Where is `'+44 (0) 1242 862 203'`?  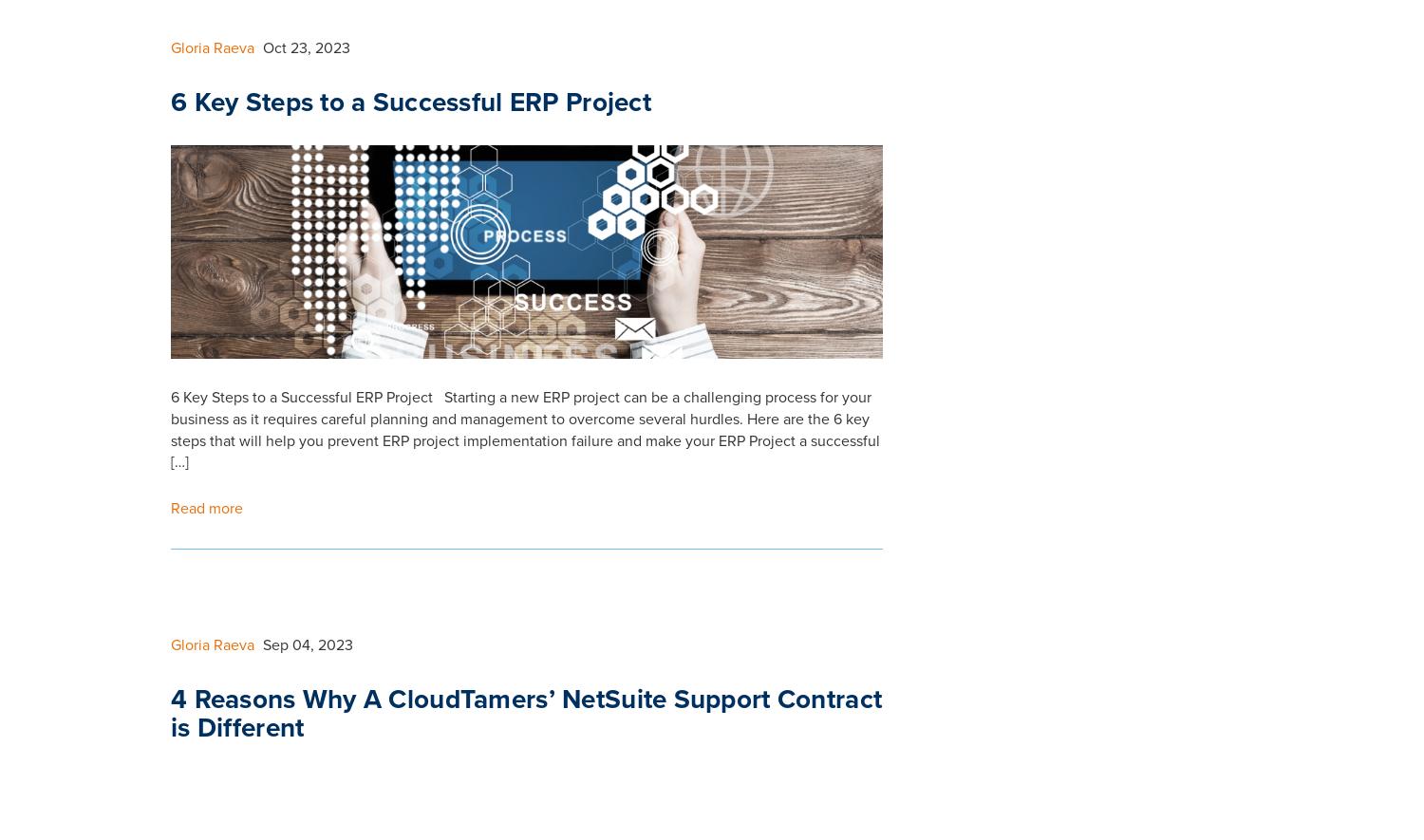 '+44 (0) 1242 862 203' is located at coordinates (1175, 813).